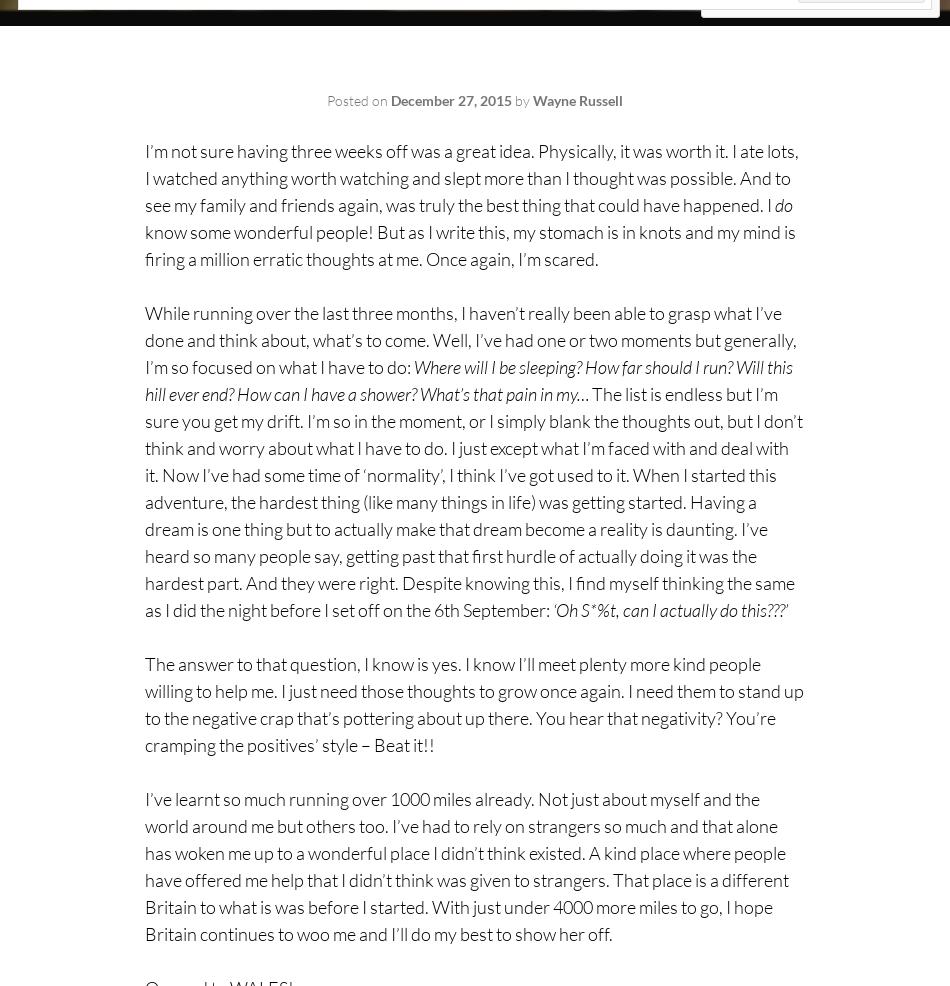 The image size is (950, 986). Describe the element at coordinates (470, 176) in the screenshot. I see `'I’m not sure having three weeks off was a great idea. Physically, it was worth it. I ate lots, I watched anything worth watching and slept more than I thought was possible. And to see my family and friends again, was truly the best thing that could have happened. I'` at that location.